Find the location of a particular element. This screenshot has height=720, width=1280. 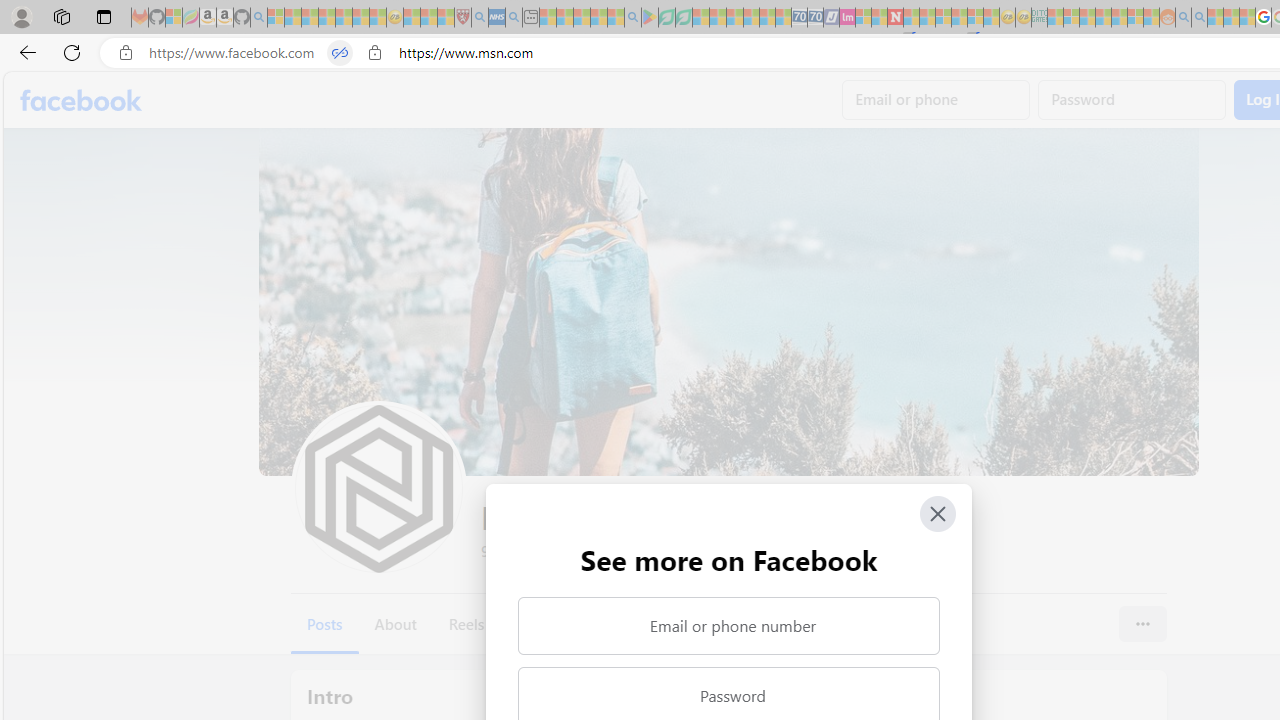

'Email or phone number' is located at coordinates (727, 625).